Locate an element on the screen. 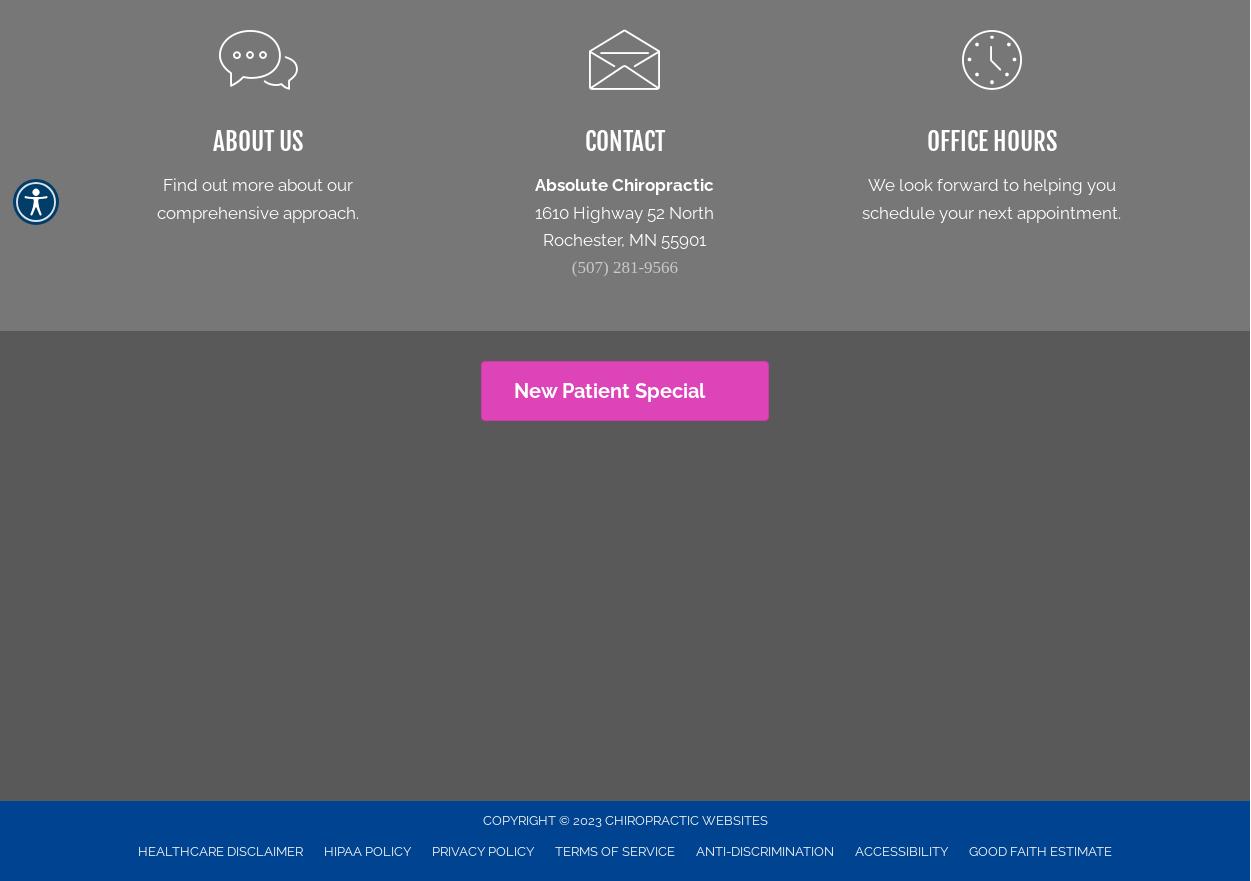 The image size is (1251, 881). 'schedule your next appointment.' is located at coordinates (991, 210).